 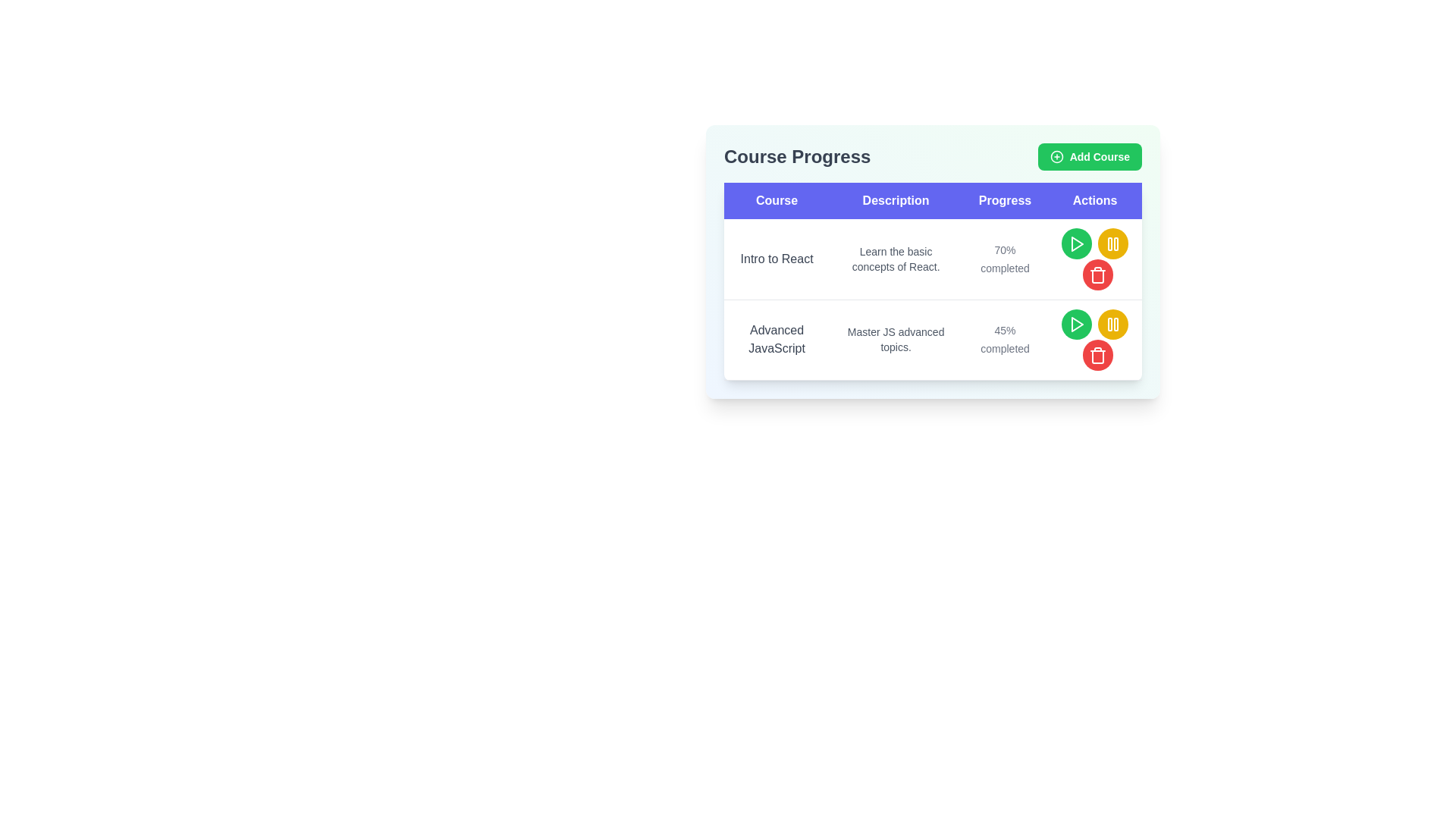 What do you see at coordinates (1110, 243) in the screenshot?
I see `the left vertical rectangular bar of the pause icon, which has a yellow fill and is located in the rightmost cell of the second row in a table interface` at bounding box center [1110, 243].